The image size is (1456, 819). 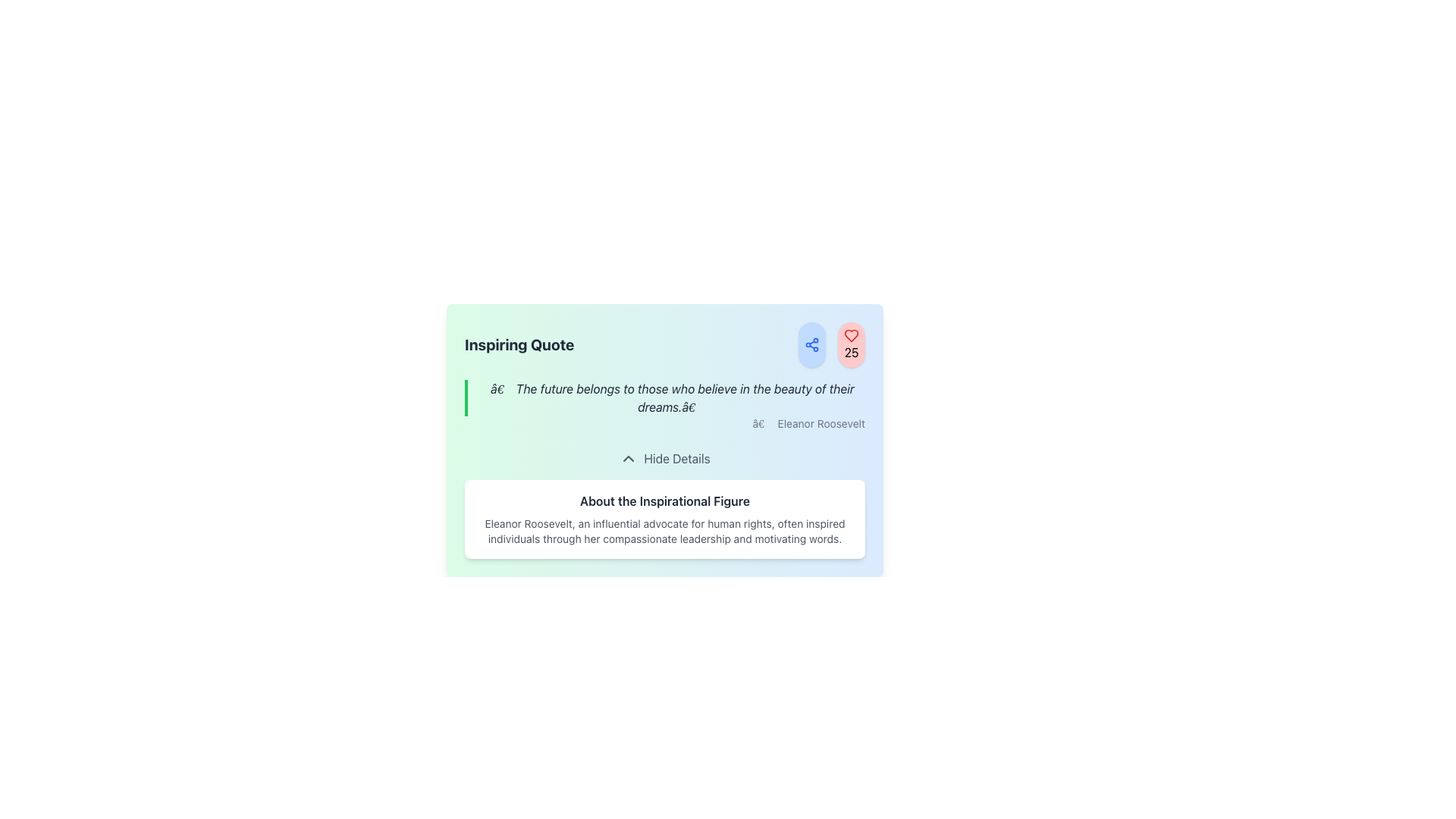 I want to click on the text element containing the quote '“The future belongs to those who believe in the beauty of their dreams.”' which is styled in italic font and bordered by a green stripe, so click(x=665, y=397).